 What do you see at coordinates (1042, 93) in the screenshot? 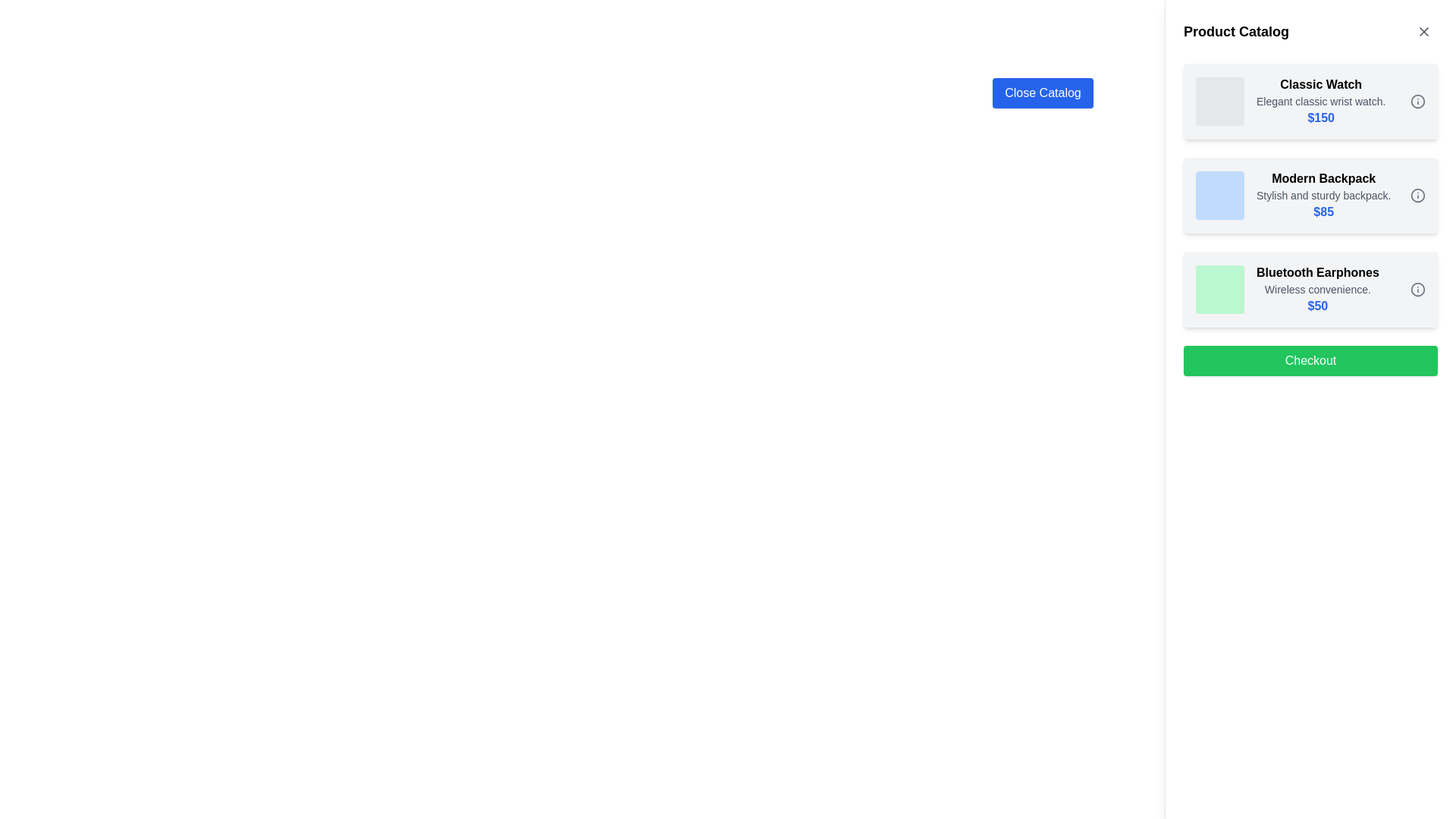
I see `the button located at the top-left corner of the product catalog view` at bounding box center [1042, 93].